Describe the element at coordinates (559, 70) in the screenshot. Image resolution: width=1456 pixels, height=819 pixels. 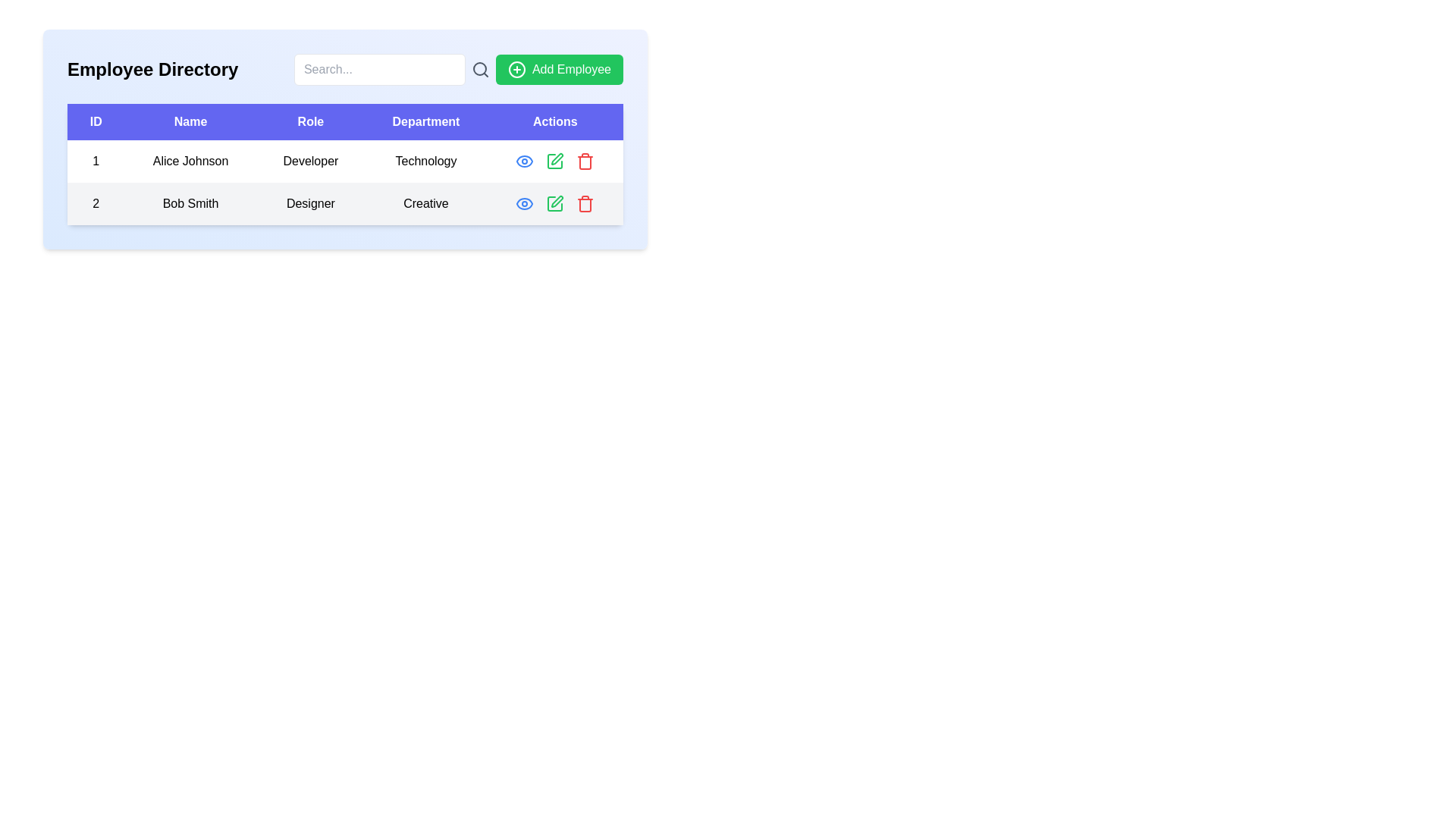
I see `the brightly colored green button in the top-right section of the interface` at that location.